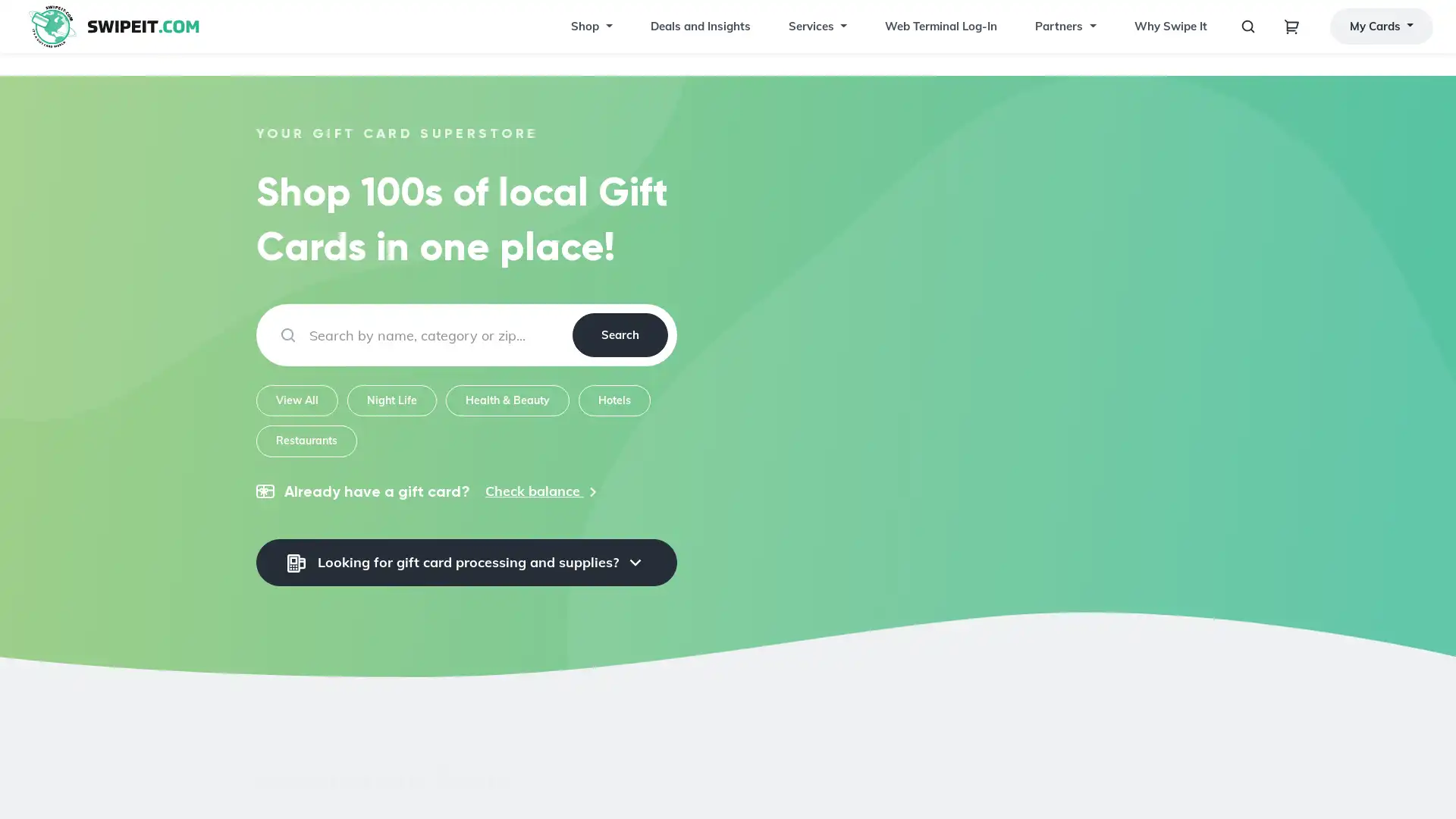 The height and width of the screenshot is (819, 1456). I want to click on Looking for gift card processing and supplies?, so click(465, 562).